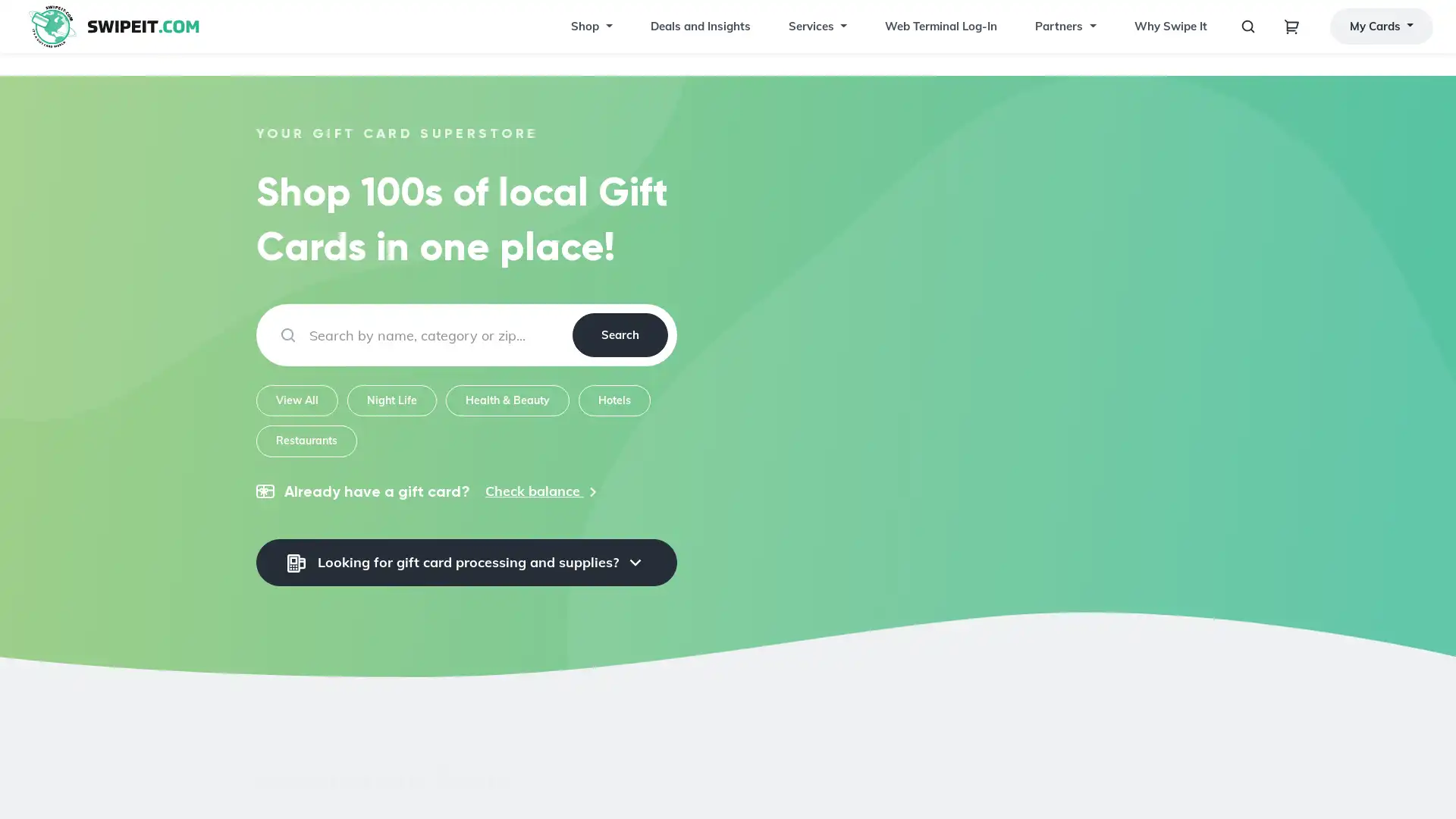 The height and width of the screenshot is (819, 1456). I want to click on Looking for gift card processing and supplies?, so click(465, 562).